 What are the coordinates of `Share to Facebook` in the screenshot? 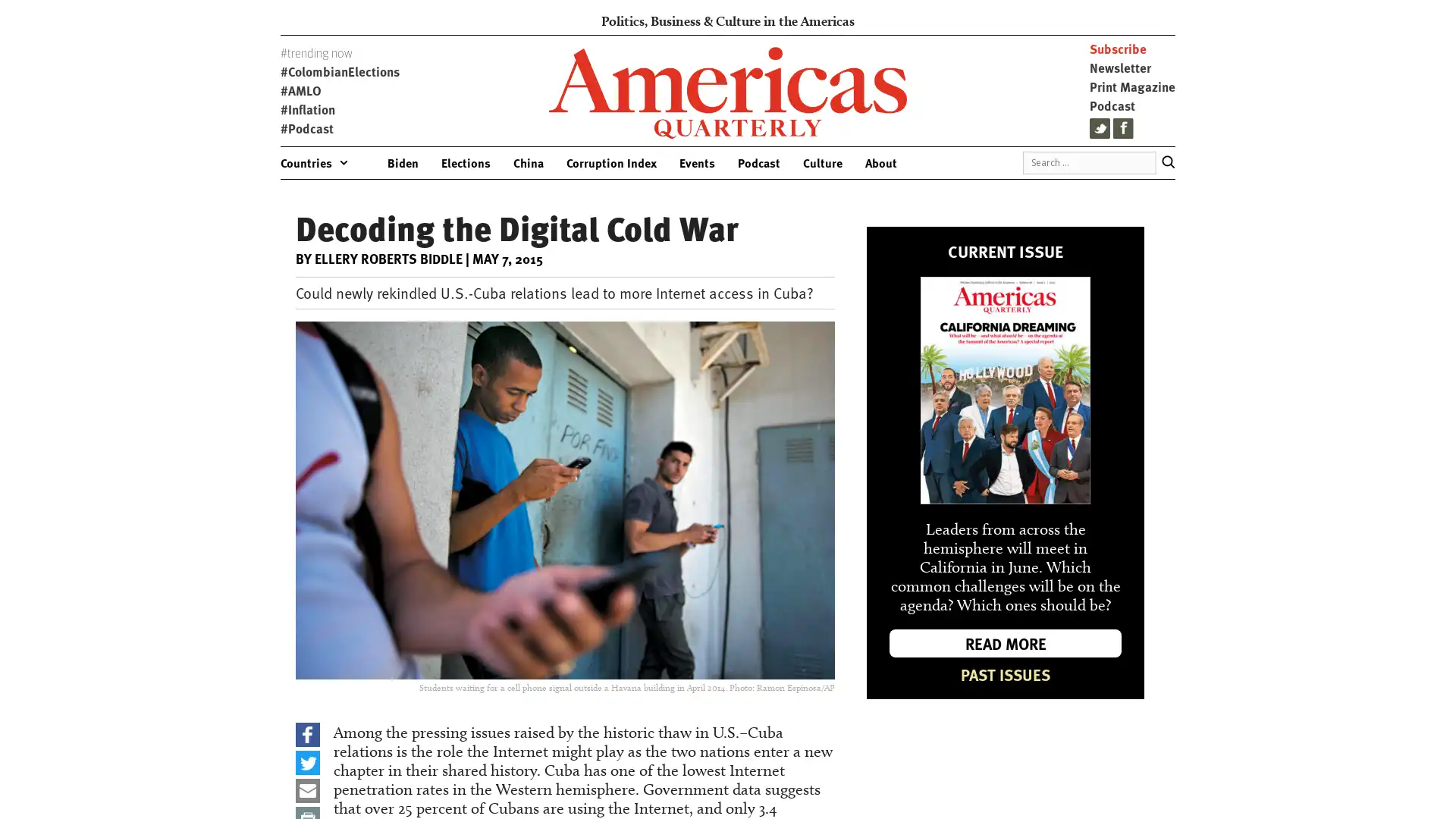 It's located at (307, 733).